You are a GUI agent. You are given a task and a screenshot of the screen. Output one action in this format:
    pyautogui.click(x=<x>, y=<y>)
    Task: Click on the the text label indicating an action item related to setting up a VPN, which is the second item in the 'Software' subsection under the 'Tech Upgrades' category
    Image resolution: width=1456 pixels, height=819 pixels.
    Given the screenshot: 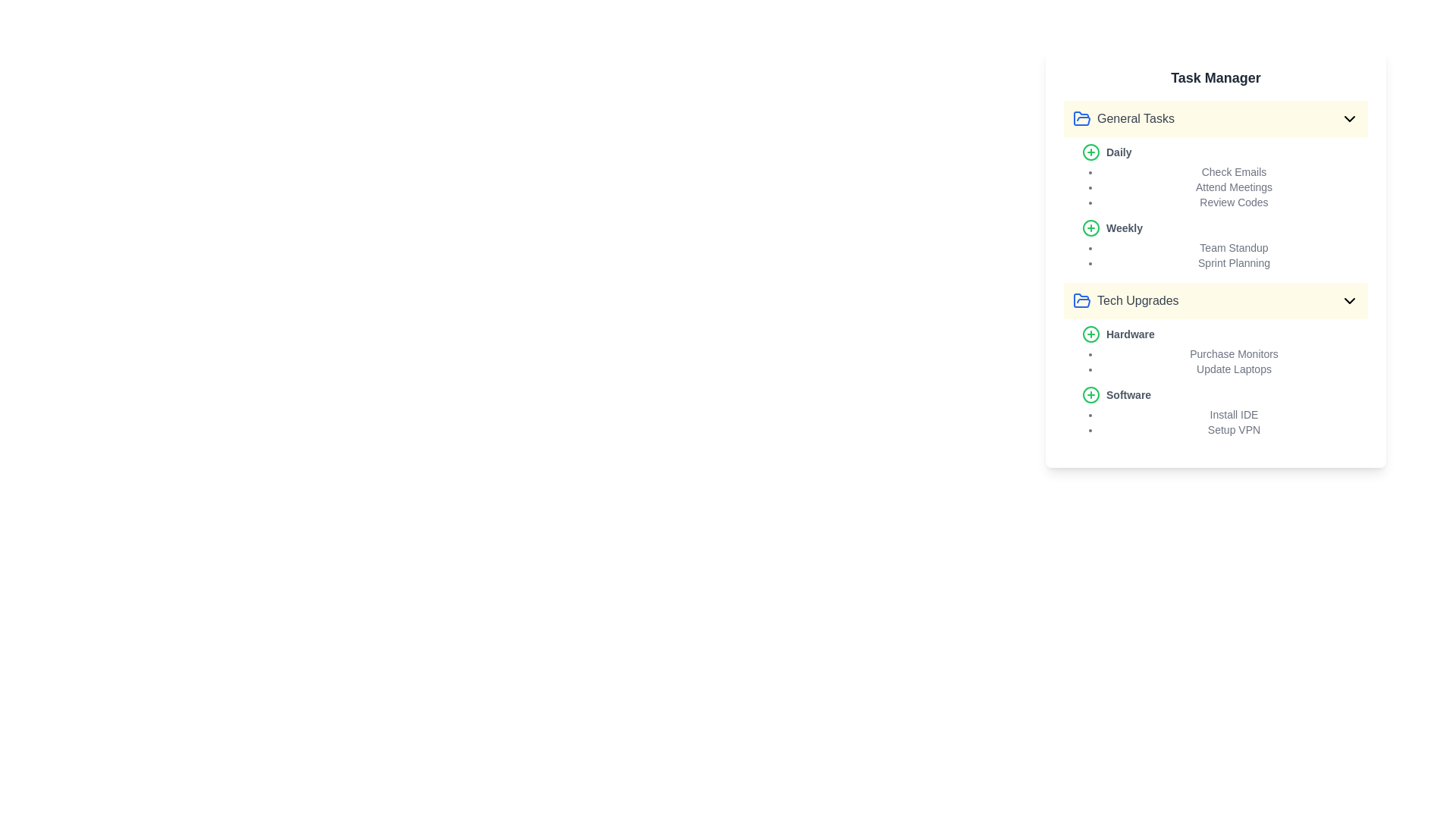 What is the action you would take?
    pyautogui.click(x=1234, y=430)
    